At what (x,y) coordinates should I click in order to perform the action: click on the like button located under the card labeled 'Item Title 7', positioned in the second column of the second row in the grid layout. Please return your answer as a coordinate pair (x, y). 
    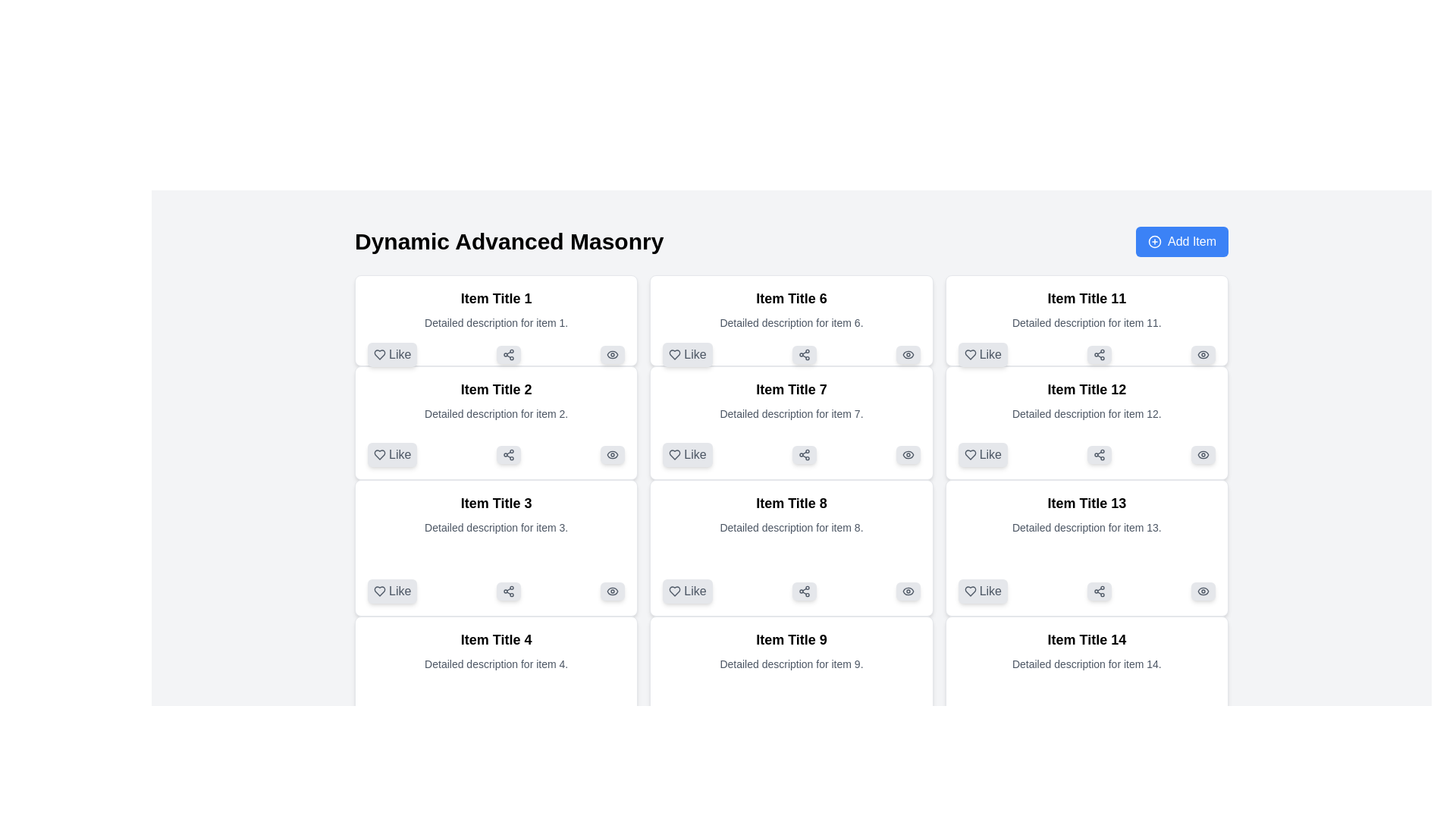
    Looking at the image, I should click on (687, 454).